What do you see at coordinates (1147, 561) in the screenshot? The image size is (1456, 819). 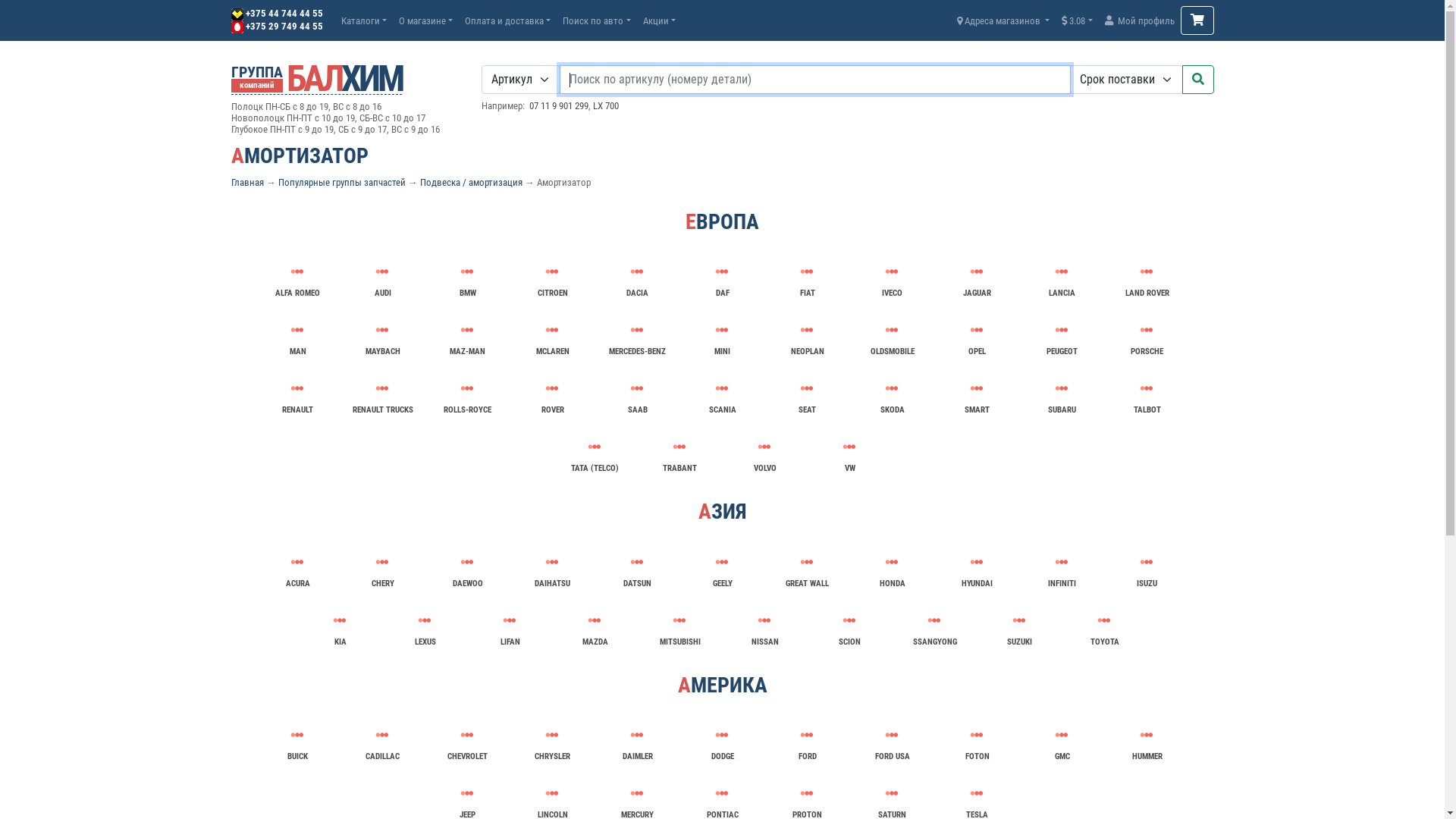 I see `'ISUZU'` at bounding box center [1147, 561].